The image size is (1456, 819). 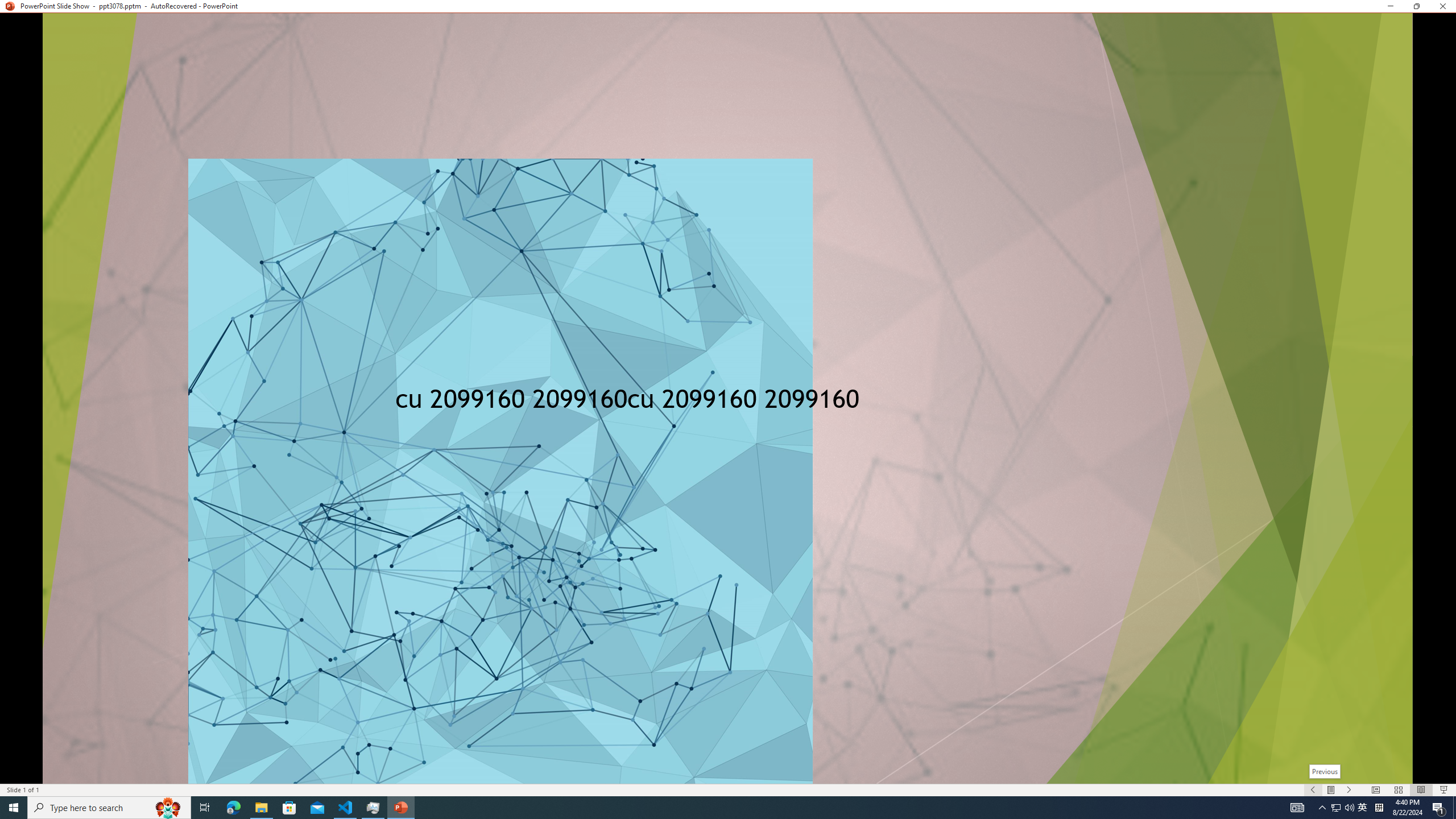 What do you see at coordinates (1324, 771) in the screenshot?
I see `'Previous'` at bounding box center [1324, 771].